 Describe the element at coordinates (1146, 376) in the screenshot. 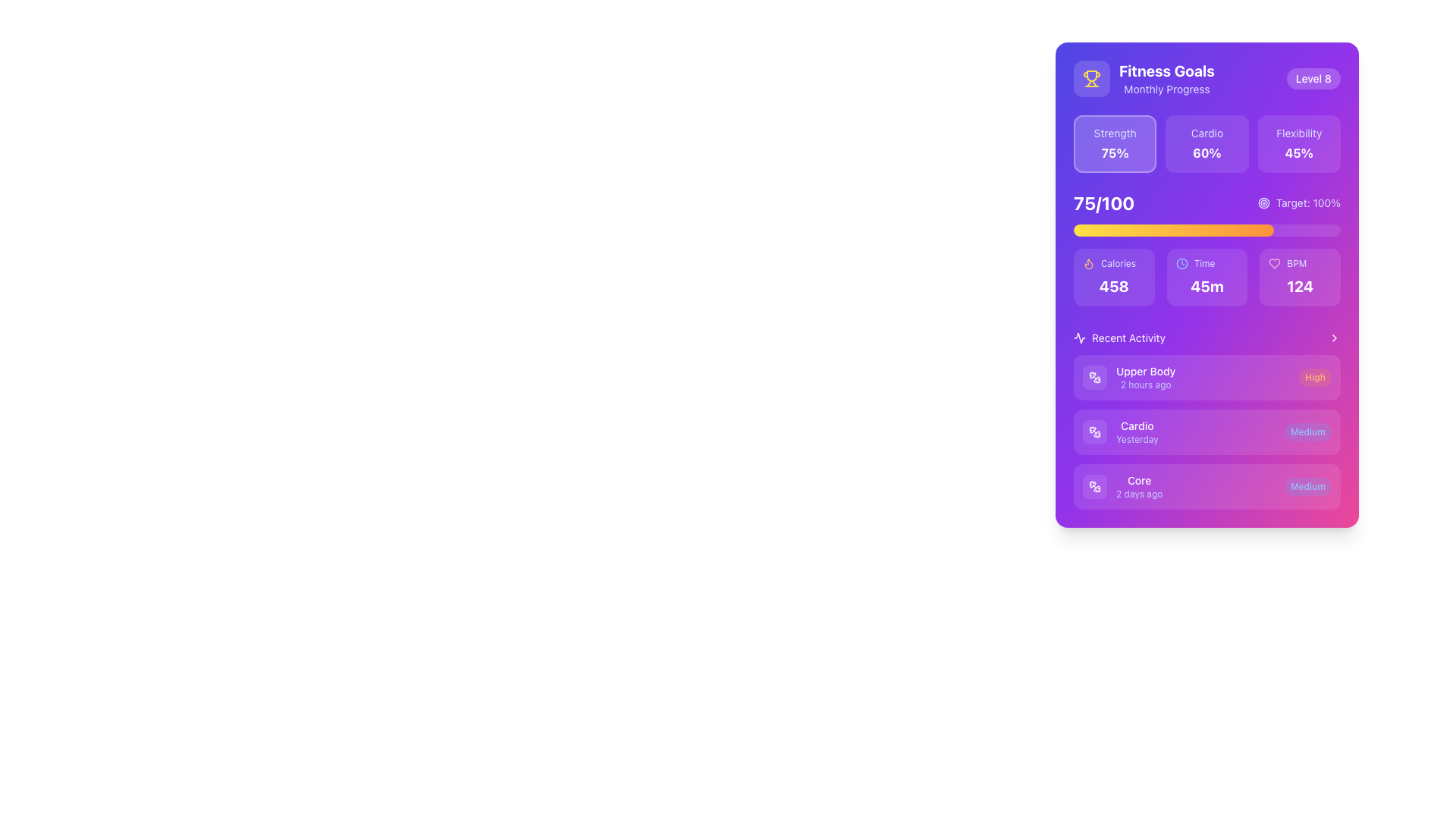

I see `the text label displaying 'Upper Body' activity and its timestamp '2 hours ago', which is the first item in the 'Recent Activity' section of the application` at that location.